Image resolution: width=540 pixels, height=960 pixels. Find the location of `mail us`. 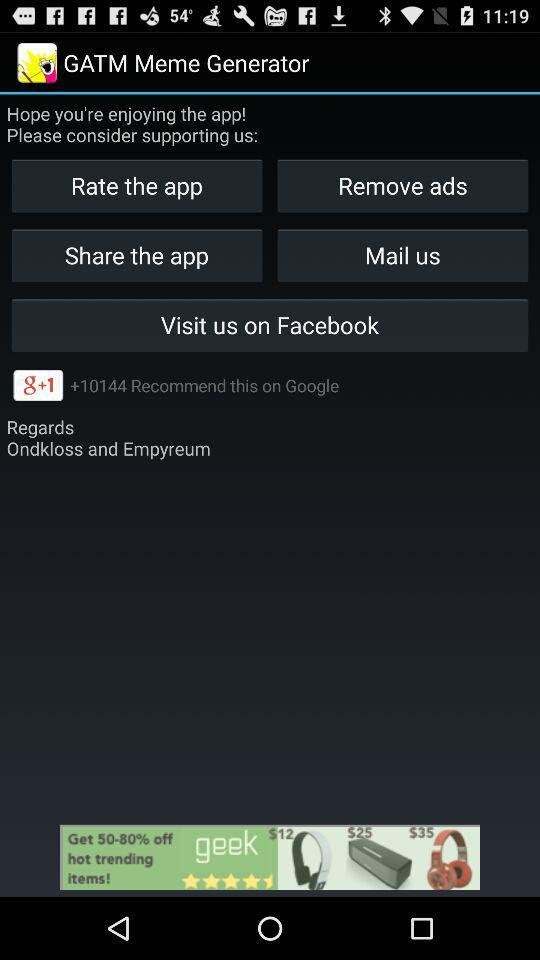

mail us is located at coordinates (402, 254).